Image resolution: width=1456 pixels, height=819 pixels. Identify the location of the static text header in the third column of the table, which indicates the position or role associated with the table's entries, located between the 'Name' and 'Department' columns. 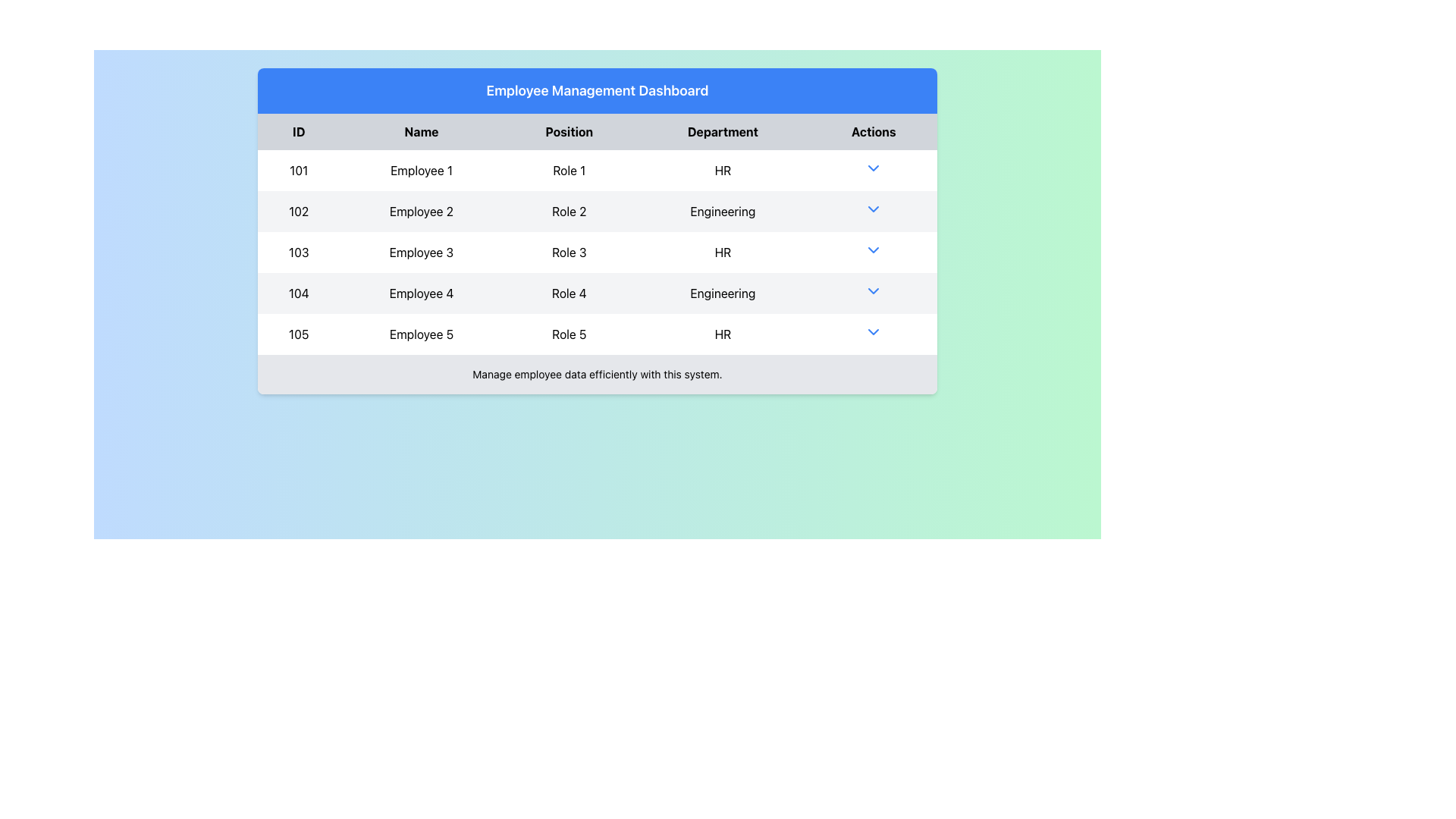
(568, 130).